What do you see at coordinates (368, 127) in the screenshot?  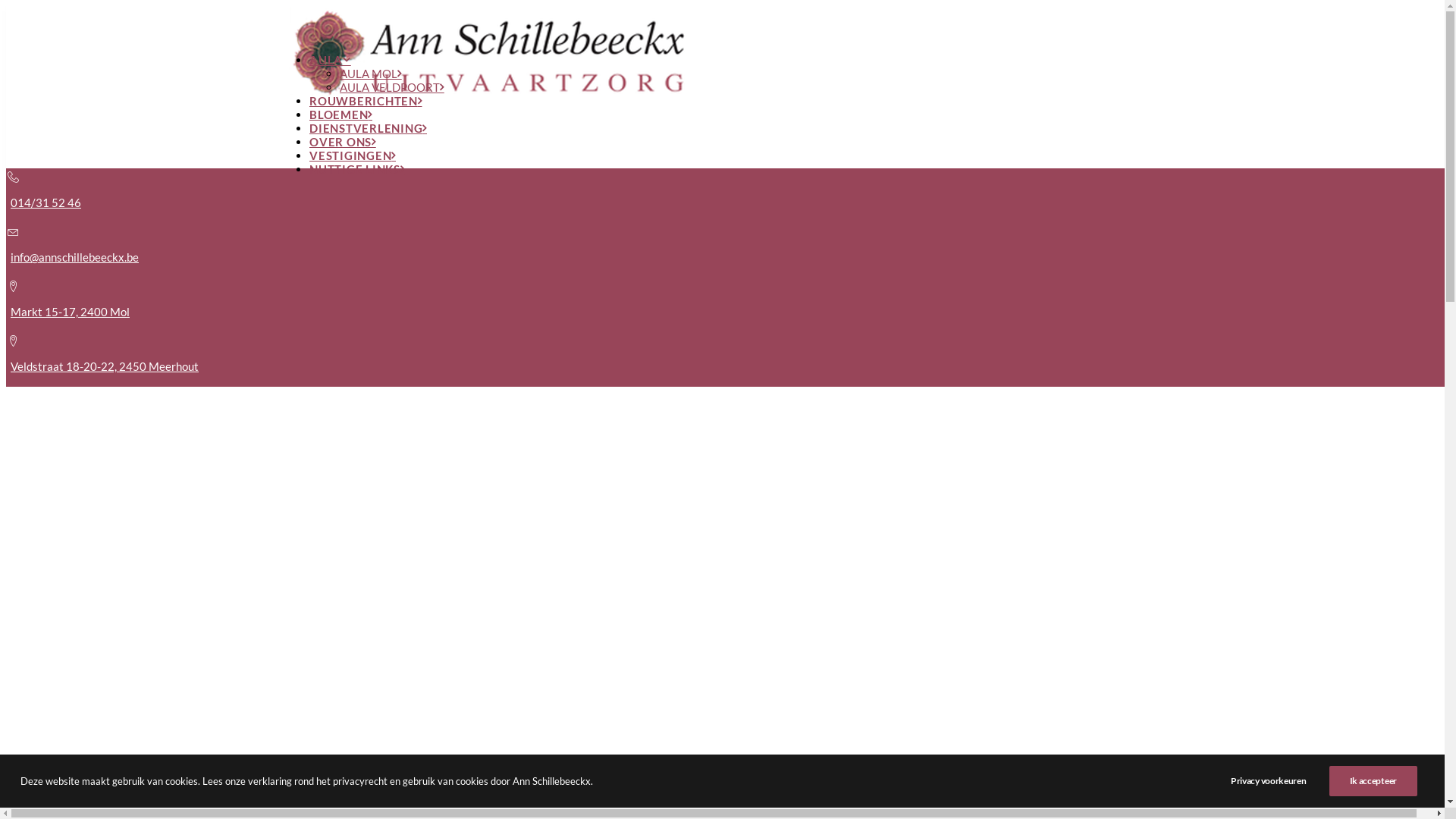 I see `'DIENSTVERLENING'` at bounding box center [368, 127].